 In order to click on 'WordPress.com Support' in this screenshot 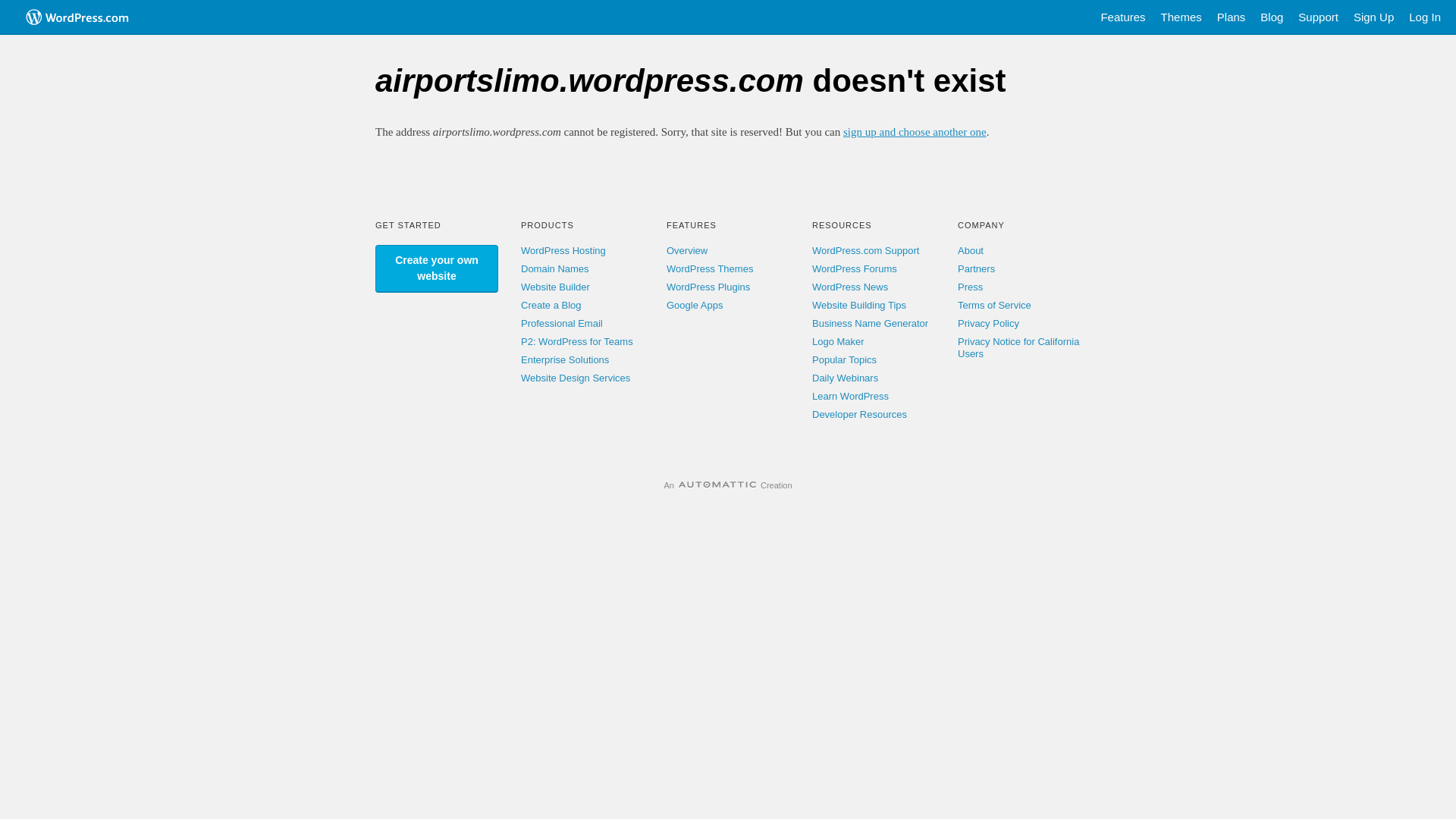, I will do `click(865, 249)`.